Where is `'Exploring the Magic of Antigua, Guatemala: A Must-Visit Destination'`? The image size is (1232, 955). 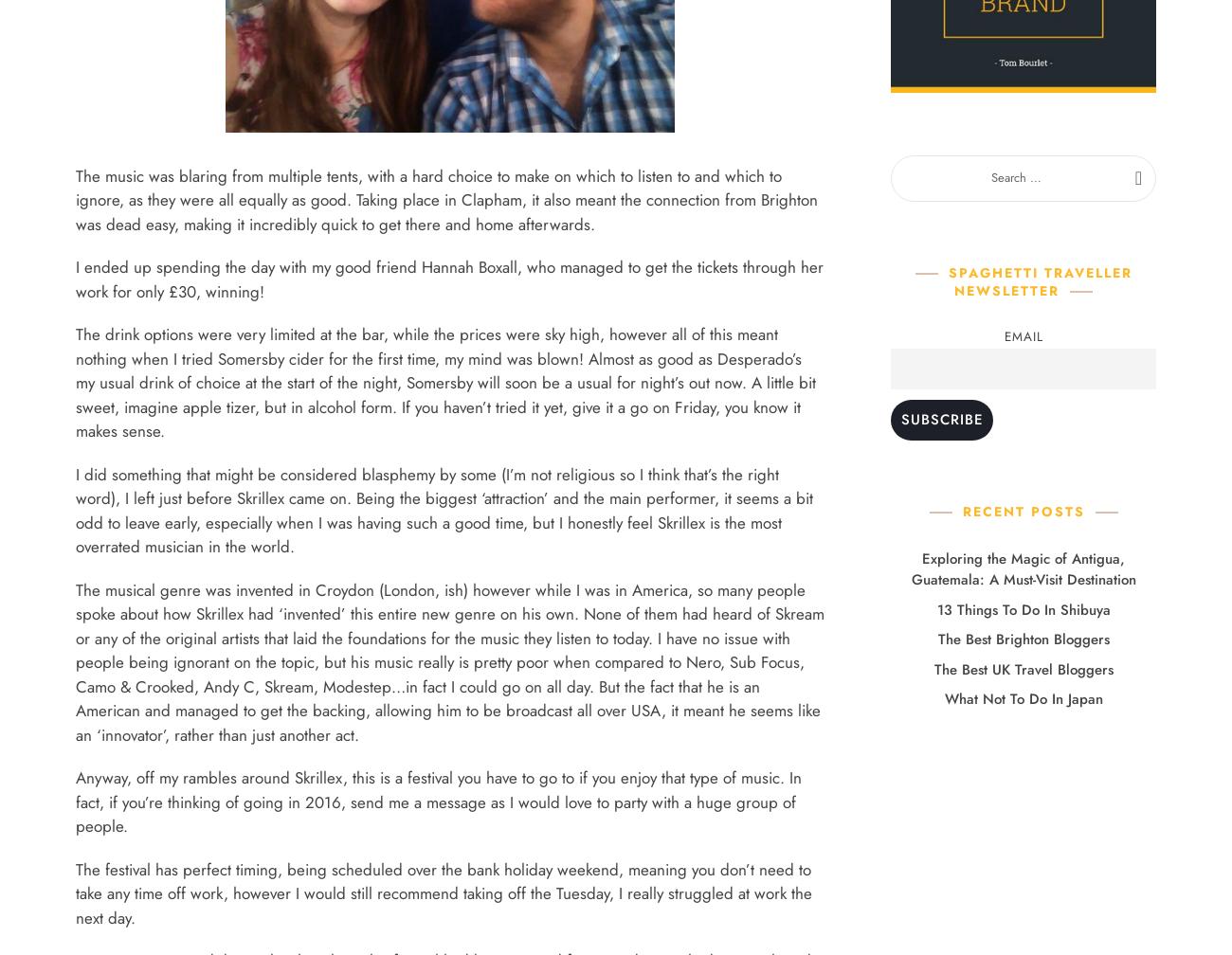 'Exploring the Magic of Antigua, Guatemala: A Must-Visit Destination' is located at coordinates (1023, 568).